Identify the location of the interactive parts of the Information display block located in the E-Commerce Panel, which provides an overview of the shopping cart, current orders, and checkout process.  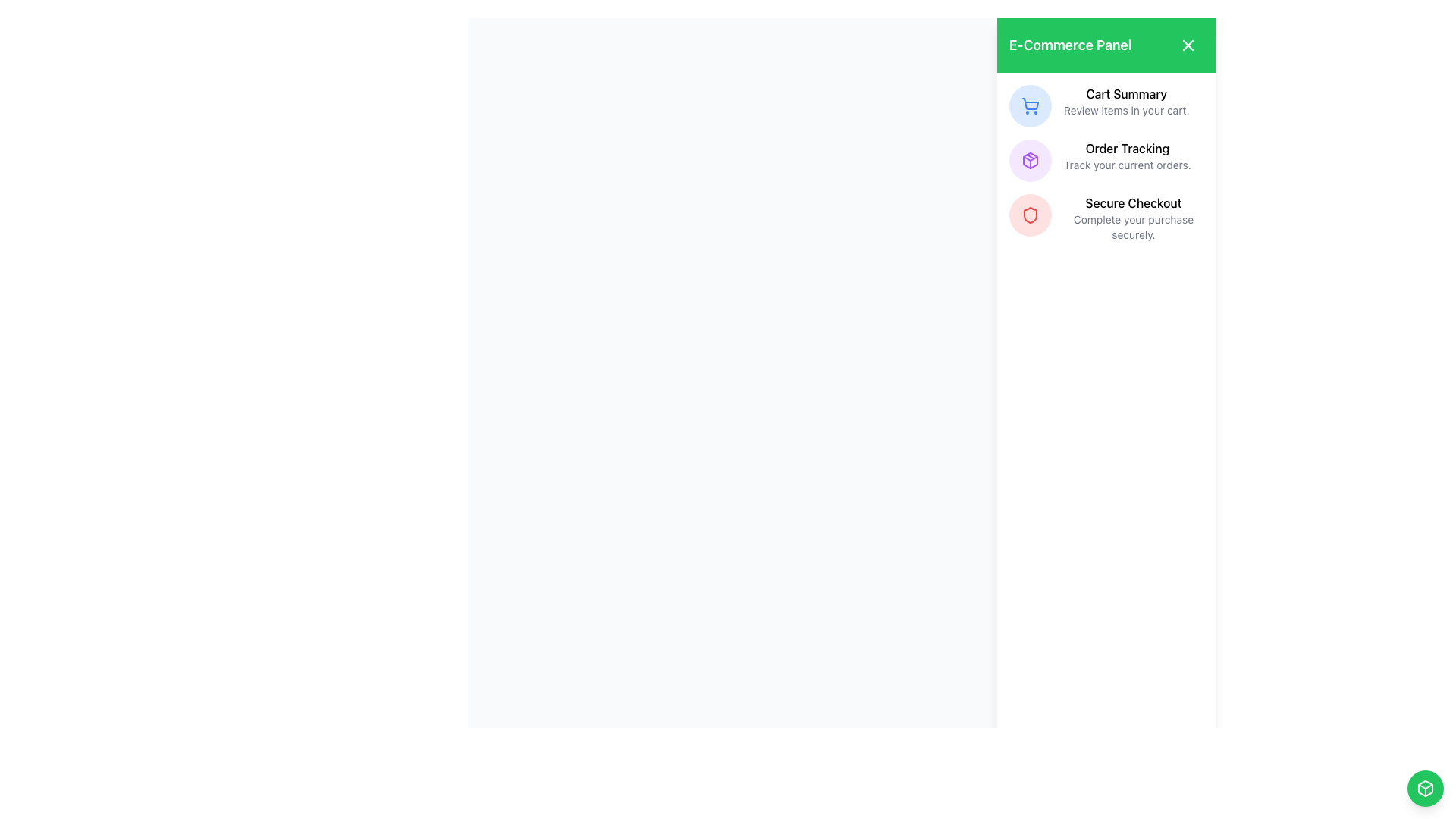
(1106, 164).